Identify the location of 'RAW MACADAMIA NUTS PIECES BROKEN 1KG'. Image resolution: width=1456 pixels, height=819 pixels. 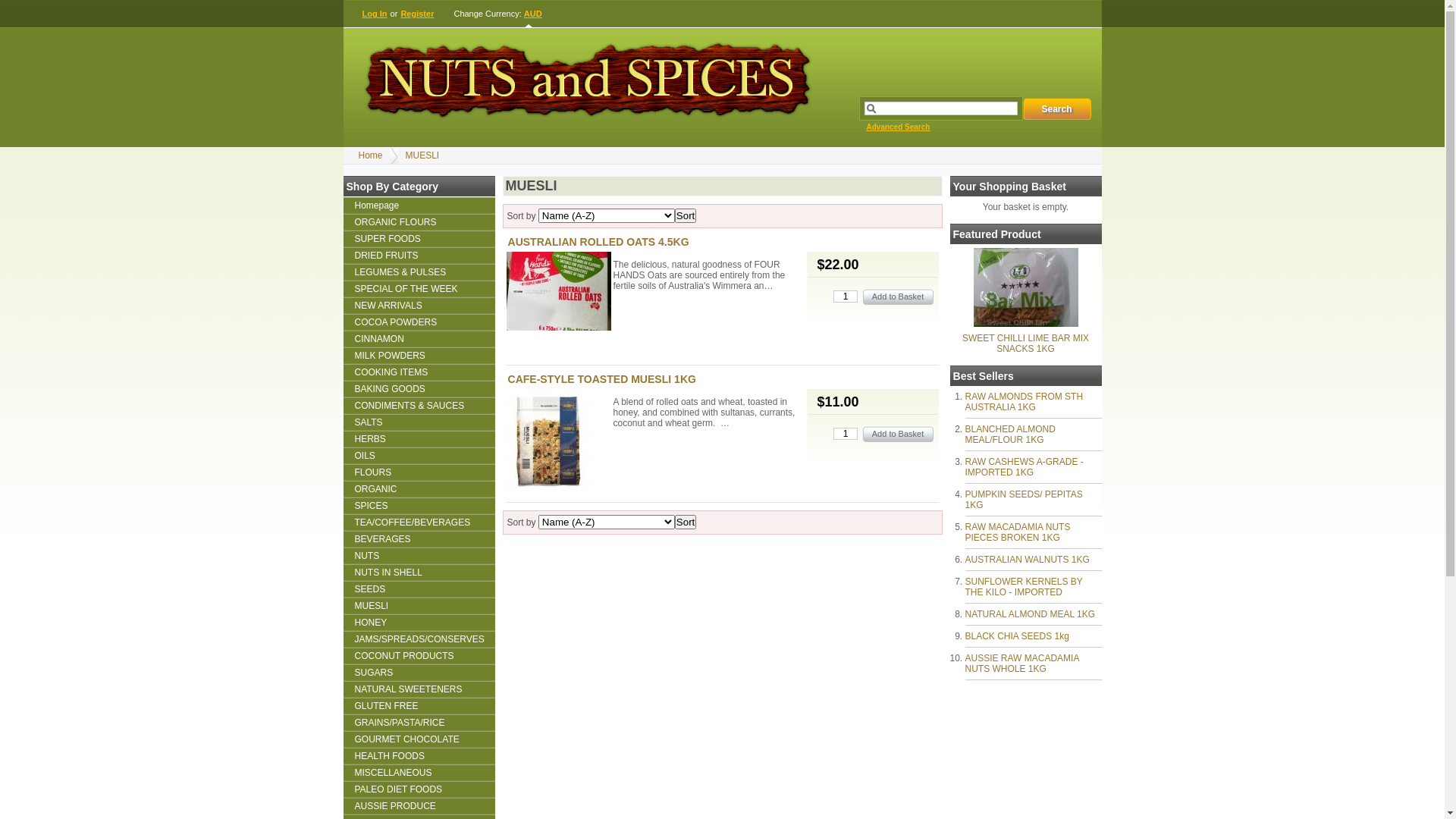
(1017, 532).